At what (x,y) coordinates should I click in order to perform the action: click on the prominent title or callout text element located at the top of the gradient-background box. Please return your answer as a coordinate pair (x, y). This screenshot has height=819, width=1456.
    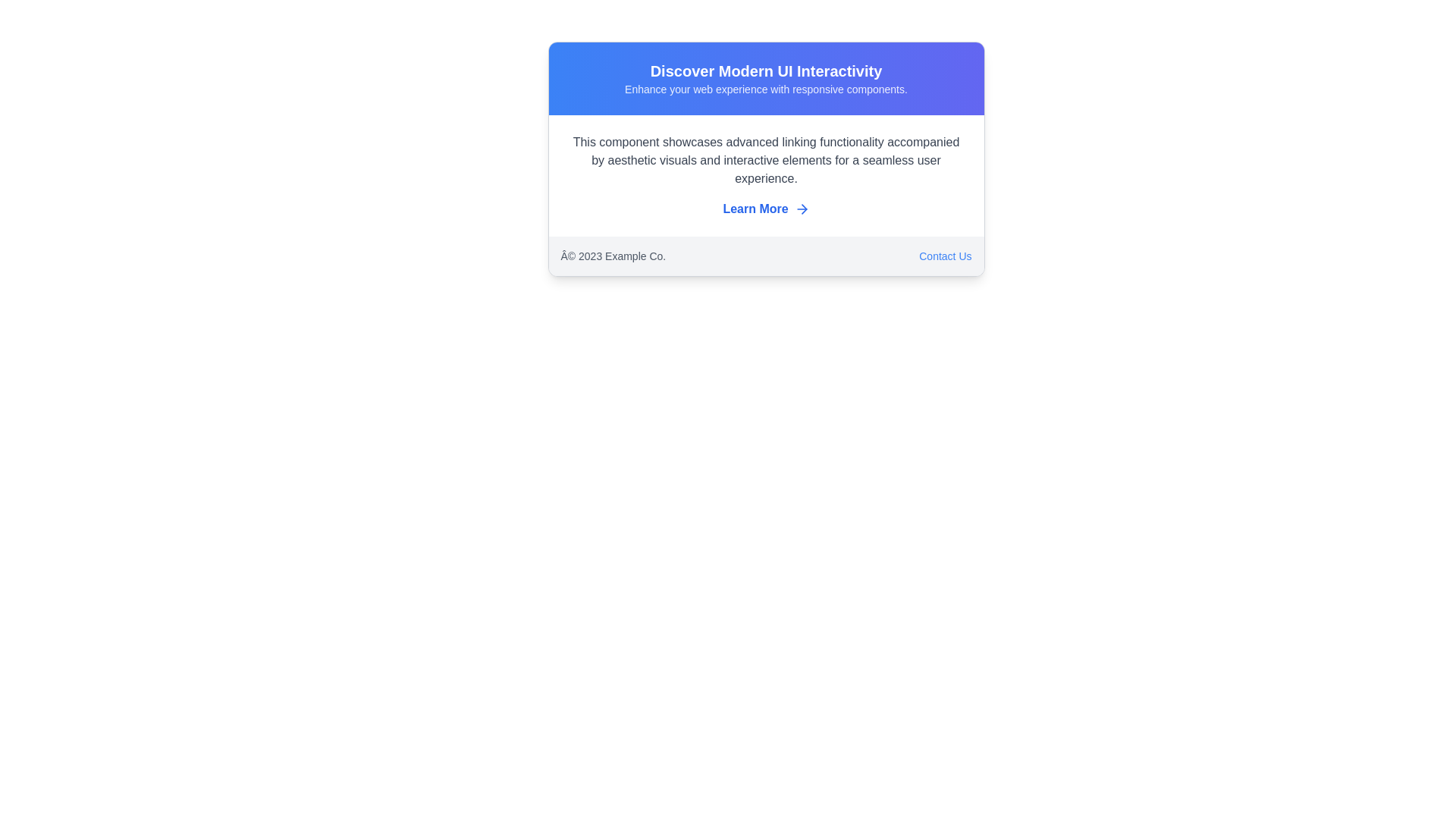
    Looking at the image, I should click on (766, 71).